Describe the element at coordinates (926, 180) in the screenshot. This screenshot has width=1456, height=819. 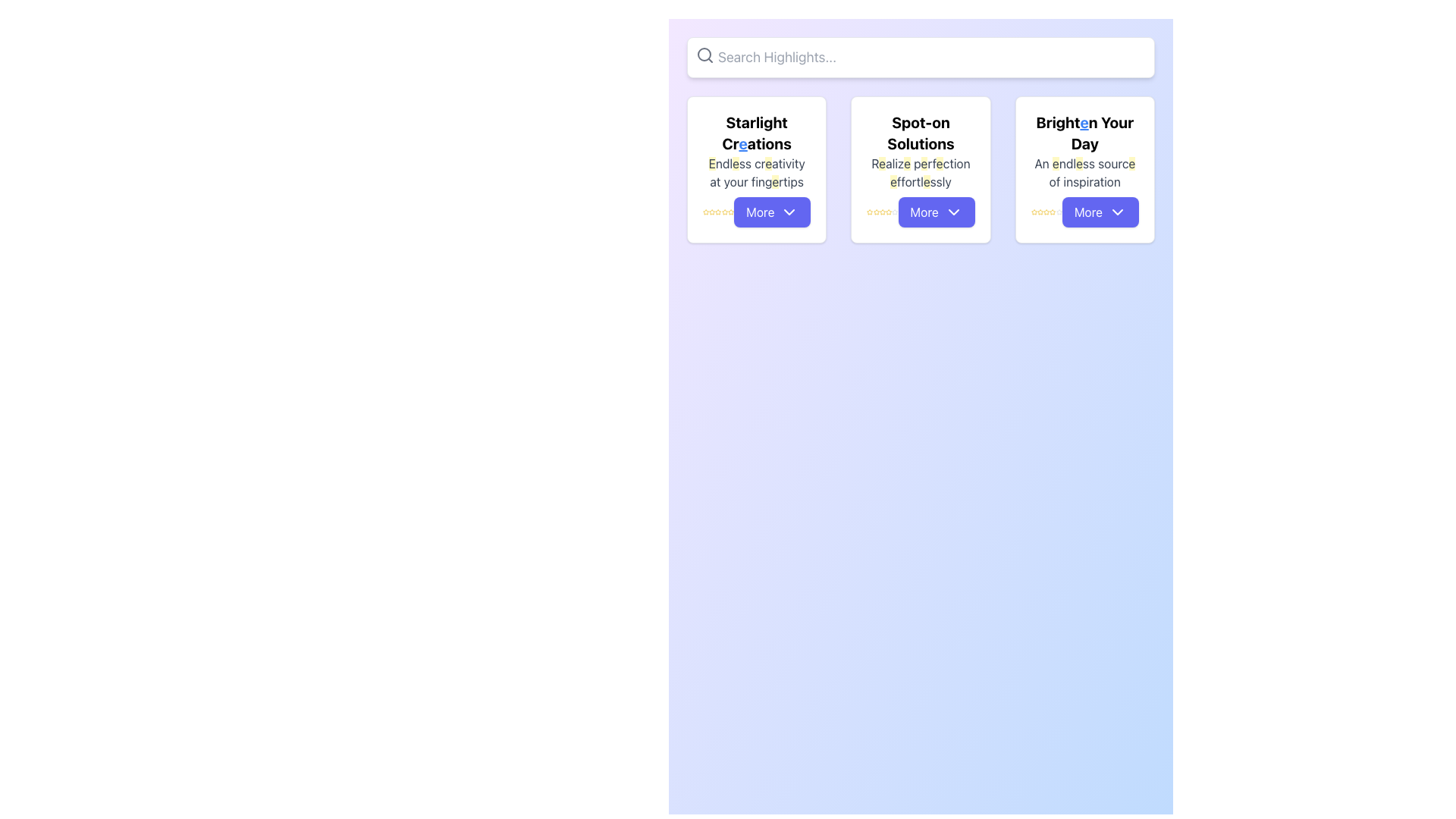
I see `the last highlighted 'e' in the word 'effortlessly' within the middle card titled 'Spot-on Solutions'` at that location.